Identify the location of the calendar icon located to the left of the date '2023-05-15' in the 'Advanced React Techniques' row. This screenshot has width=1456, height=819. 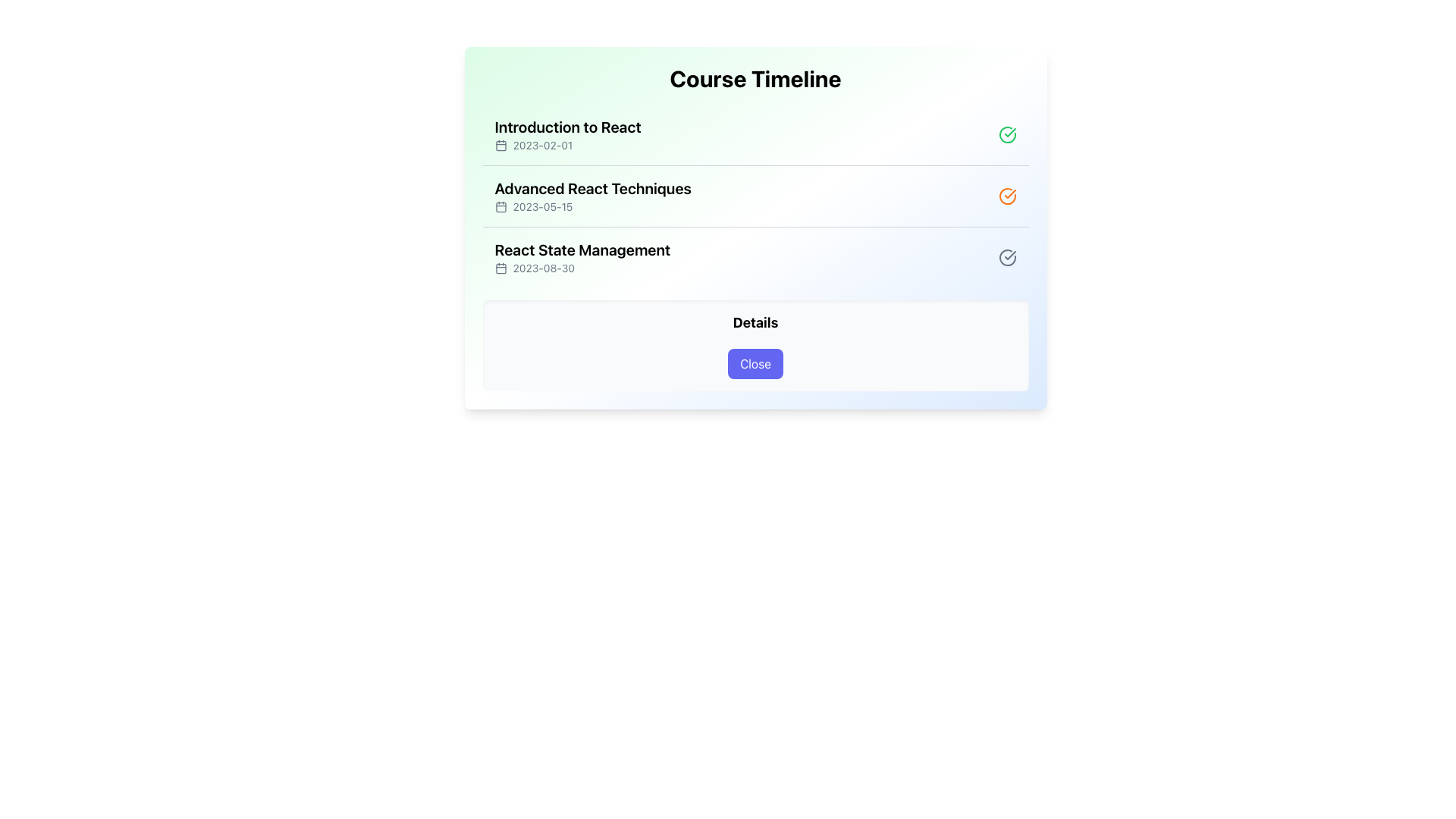
(500, 207).